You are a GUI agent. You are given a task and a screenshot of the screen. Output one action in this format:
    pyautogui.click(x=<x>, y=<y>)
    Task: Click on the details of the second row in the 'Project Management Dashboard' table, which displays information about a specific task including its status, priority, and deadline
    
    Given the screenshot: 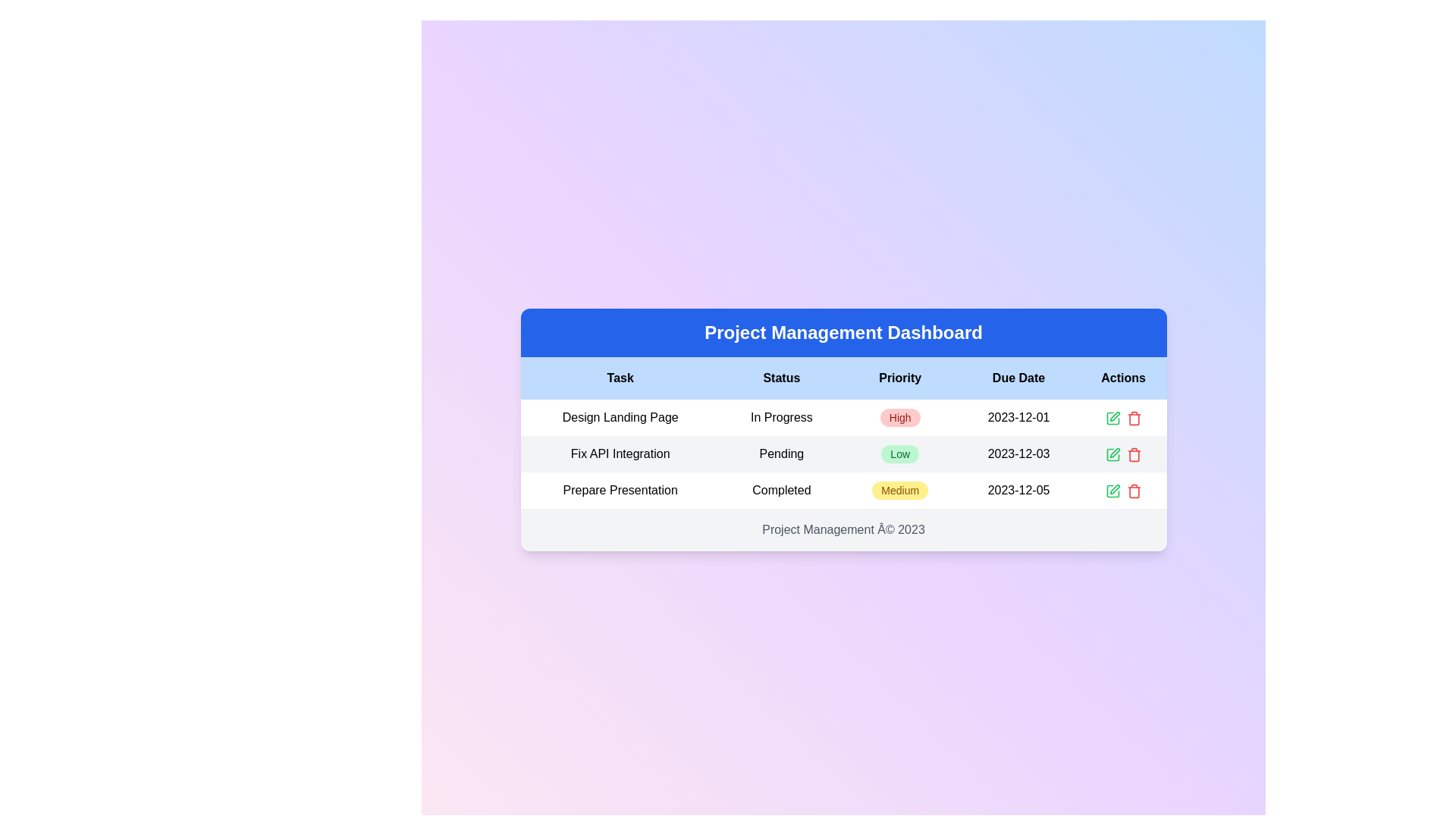 What is the action you would take?
    pyautogui.click(x=843, y=453)
    